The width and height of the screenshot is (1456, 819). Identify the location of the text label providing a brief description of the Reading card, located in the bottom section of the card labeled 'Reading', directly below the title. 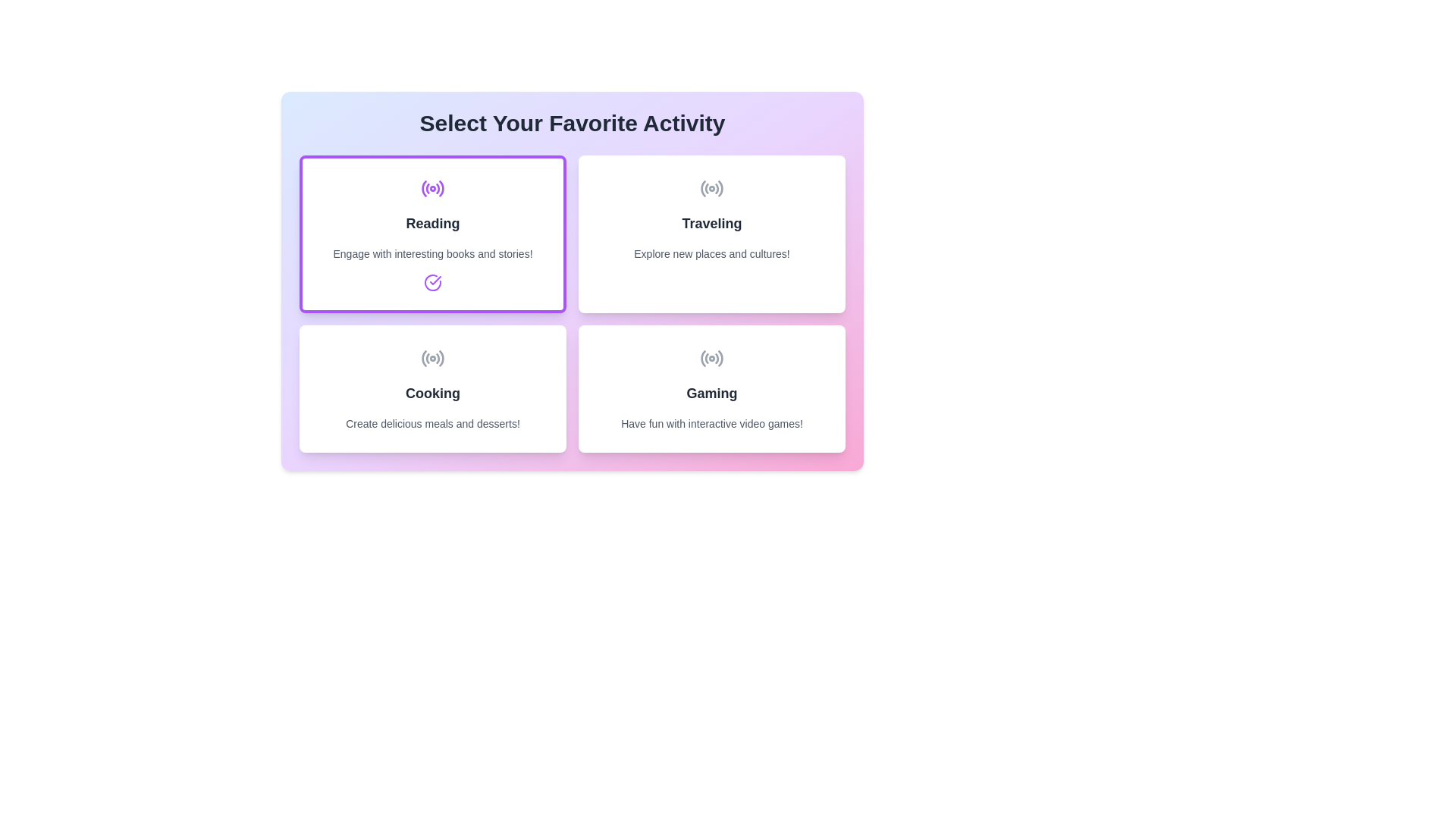
(432, 253).